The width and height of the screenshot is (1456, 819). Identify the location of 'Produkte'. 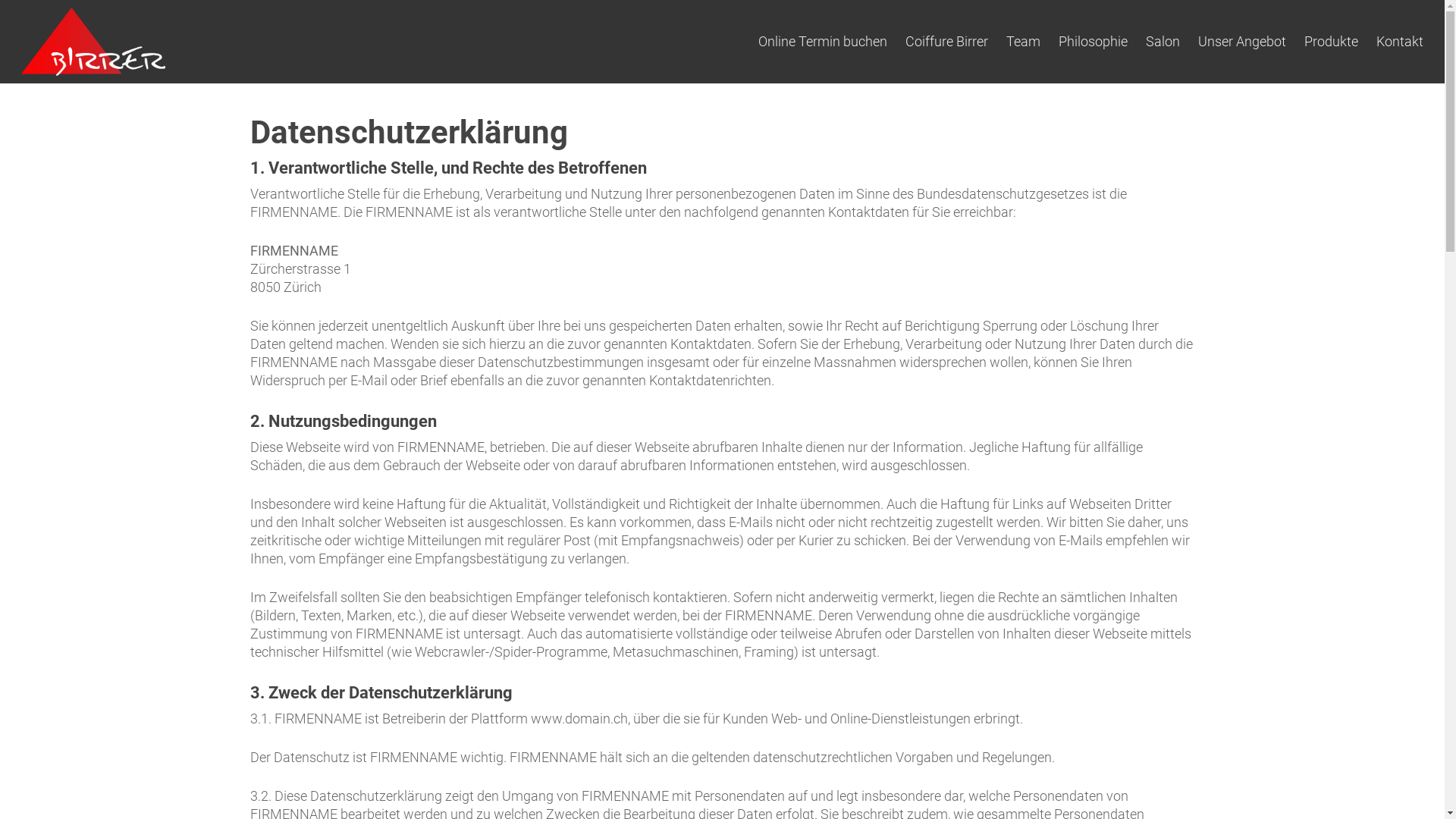
(1330, 40).